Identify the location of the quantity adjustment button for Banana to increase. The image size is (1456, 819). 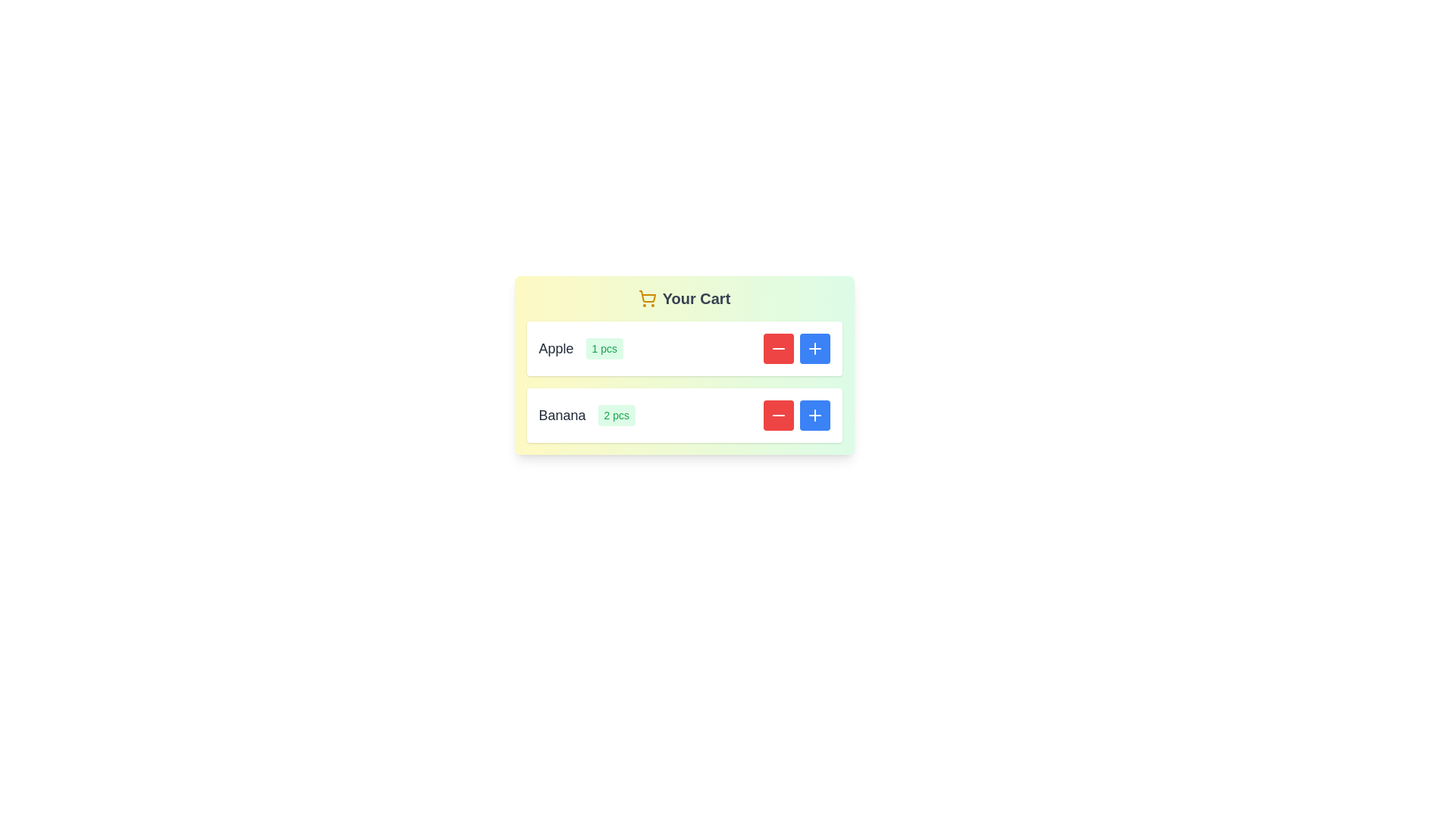
(814, 415).